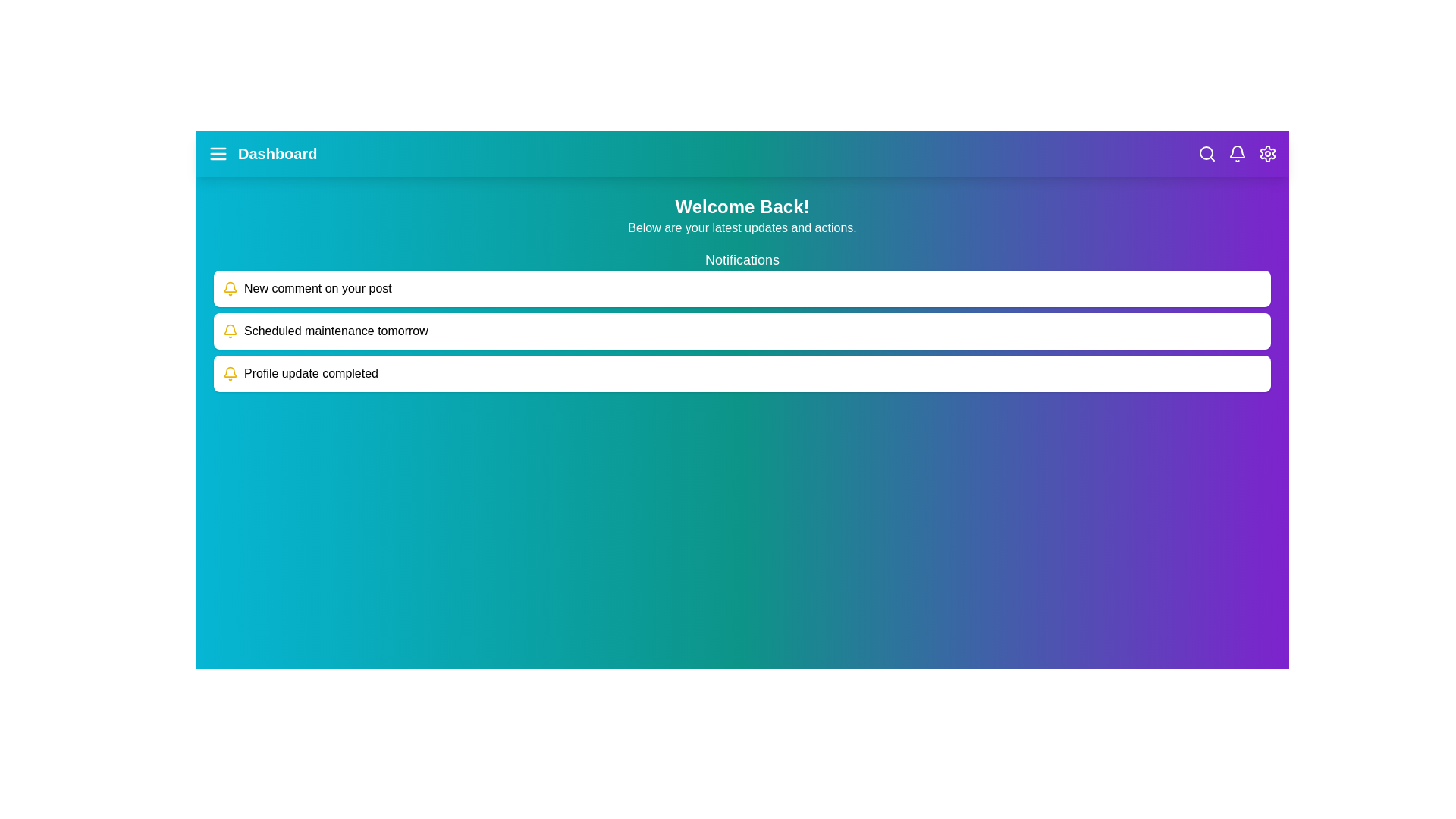 Image resolution: width=1456 pixels, height=819 pixels. I want to click on the bell icon in the header to toggle the notifications panel visibility, so click(1238, 154).